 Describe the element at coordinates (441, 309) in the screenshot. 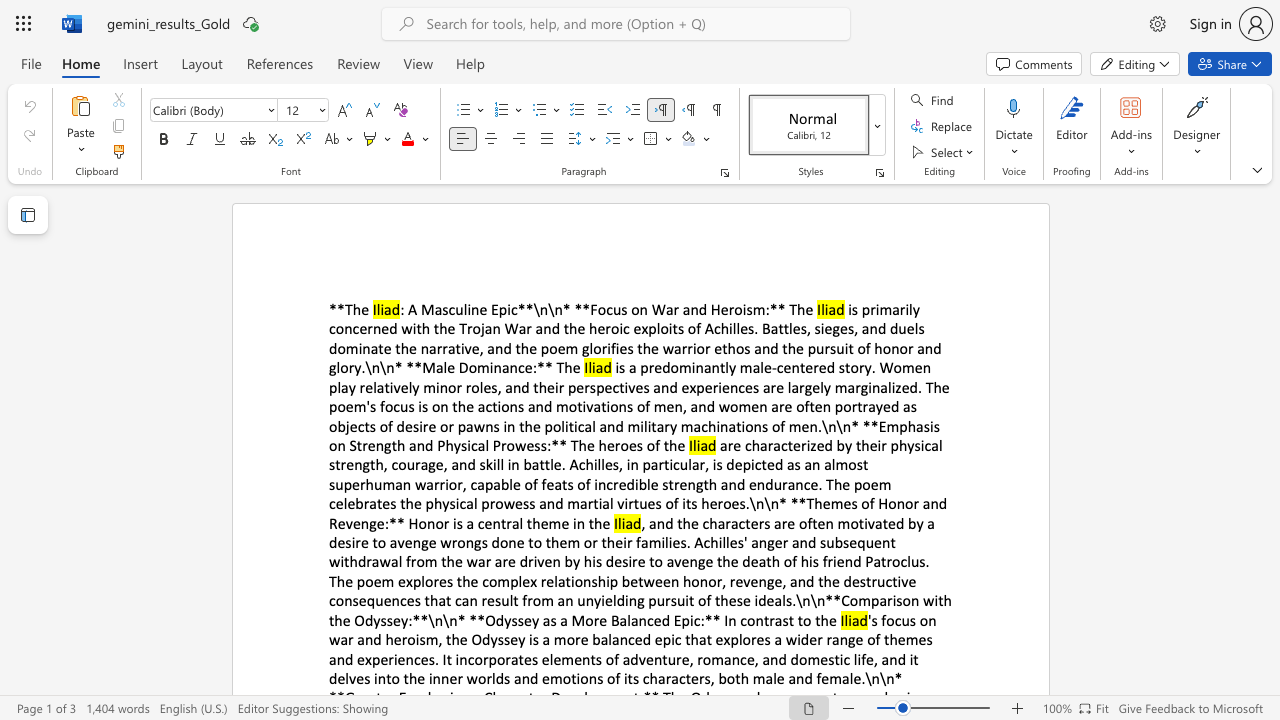

I see `the subset text "sculine Epic**\n\n" within the text ": A Masculine Epic**\n\n* **Focus on"` at that location.